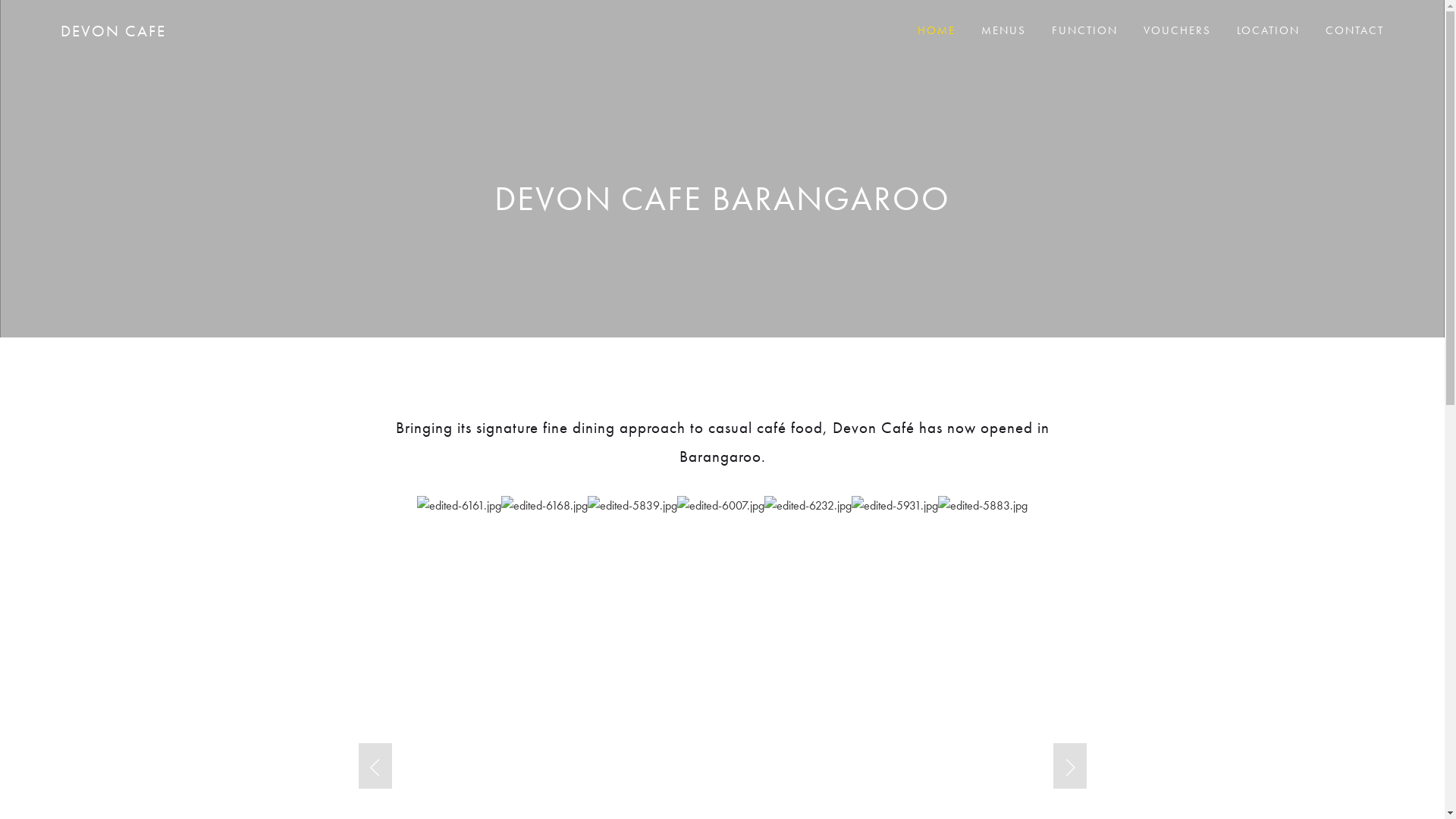  I want to click on 'FUNCTION', so click(1084, 30).